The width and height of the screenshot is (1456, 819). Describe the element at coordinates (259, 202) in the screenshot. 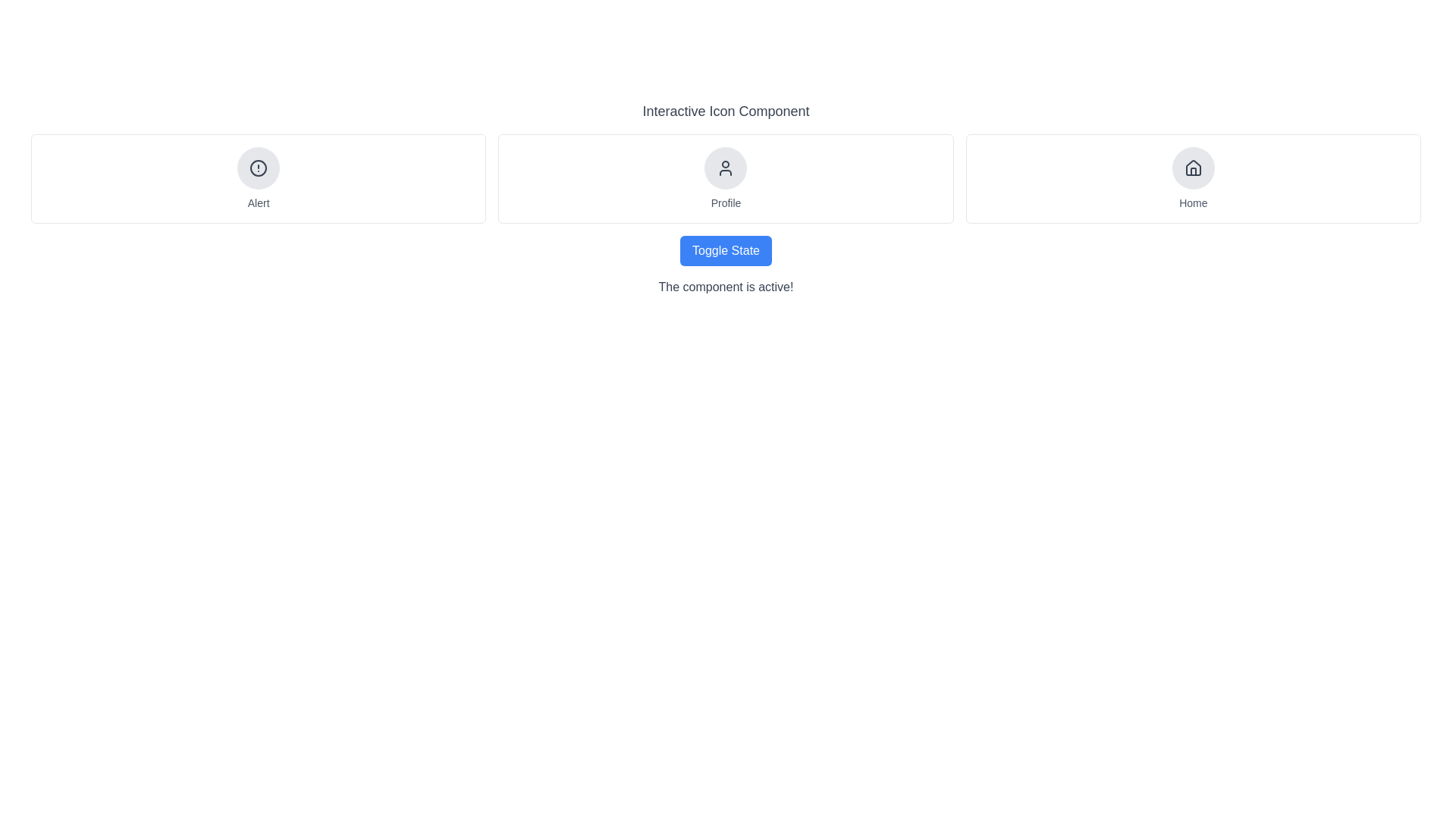

I see `the text label displaying 'alert' in lowercase letters, which is centered below a circular exclamation mark icon within a bordered and rounded rectangle` at that location.